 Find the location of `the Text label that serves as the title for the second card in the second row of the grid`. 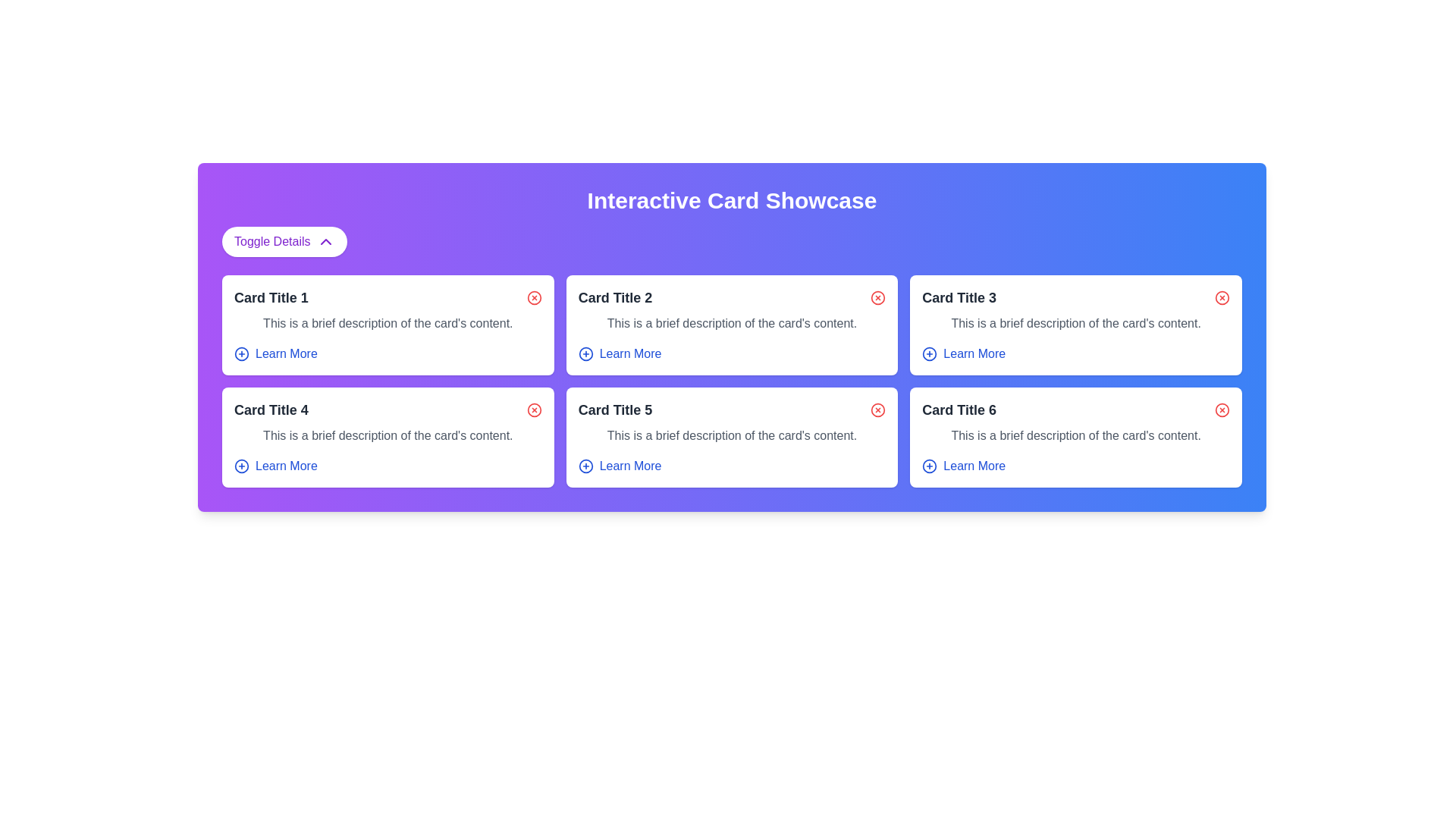

the Text label that serves as the title for the second card in the second row of the grid is located at coordinates (615, 409).